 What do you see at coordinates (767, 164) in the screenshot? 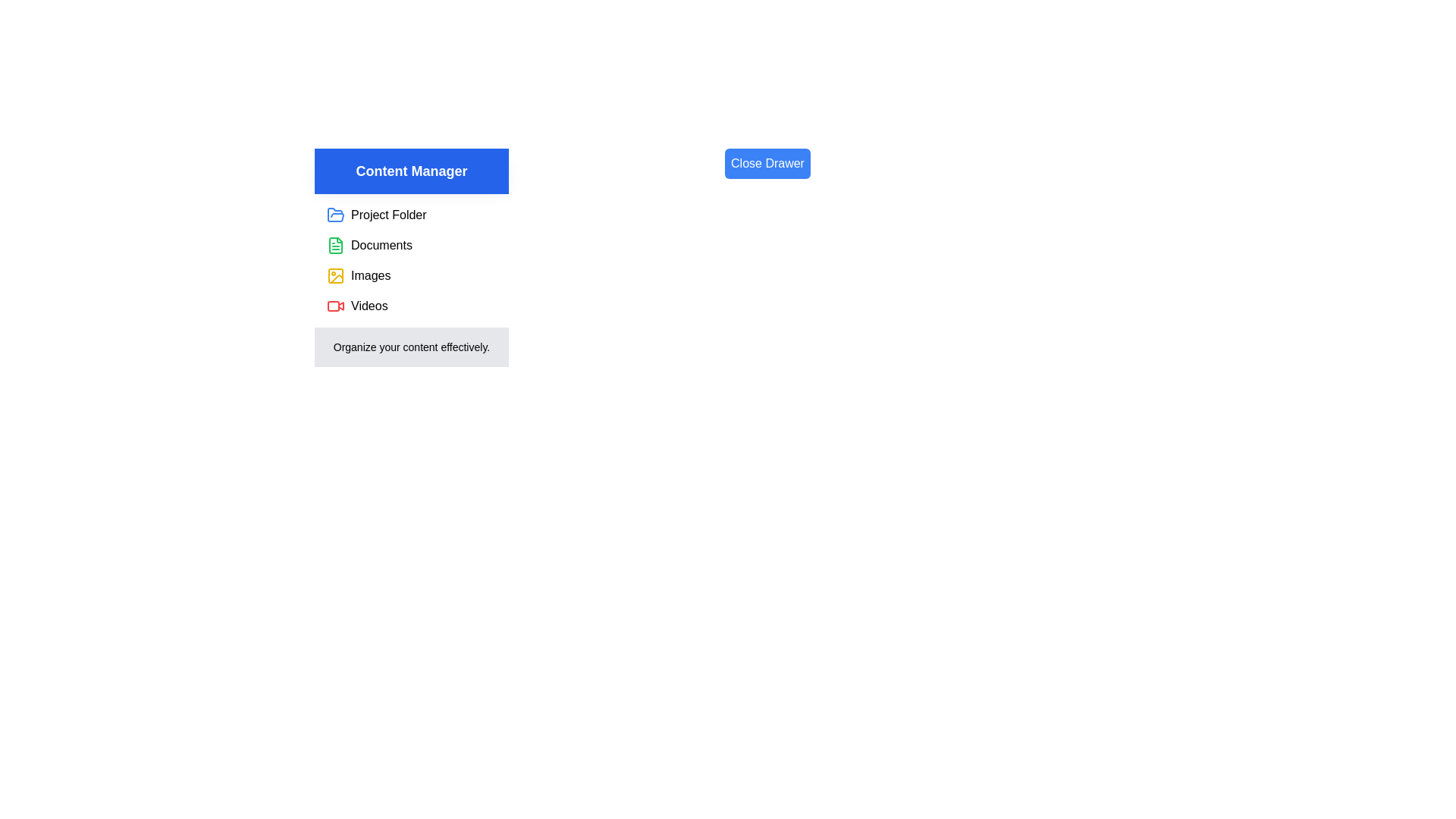
I see `'Close Drawer' button to toggle the drawer's state` at bounding box center [767, 164].